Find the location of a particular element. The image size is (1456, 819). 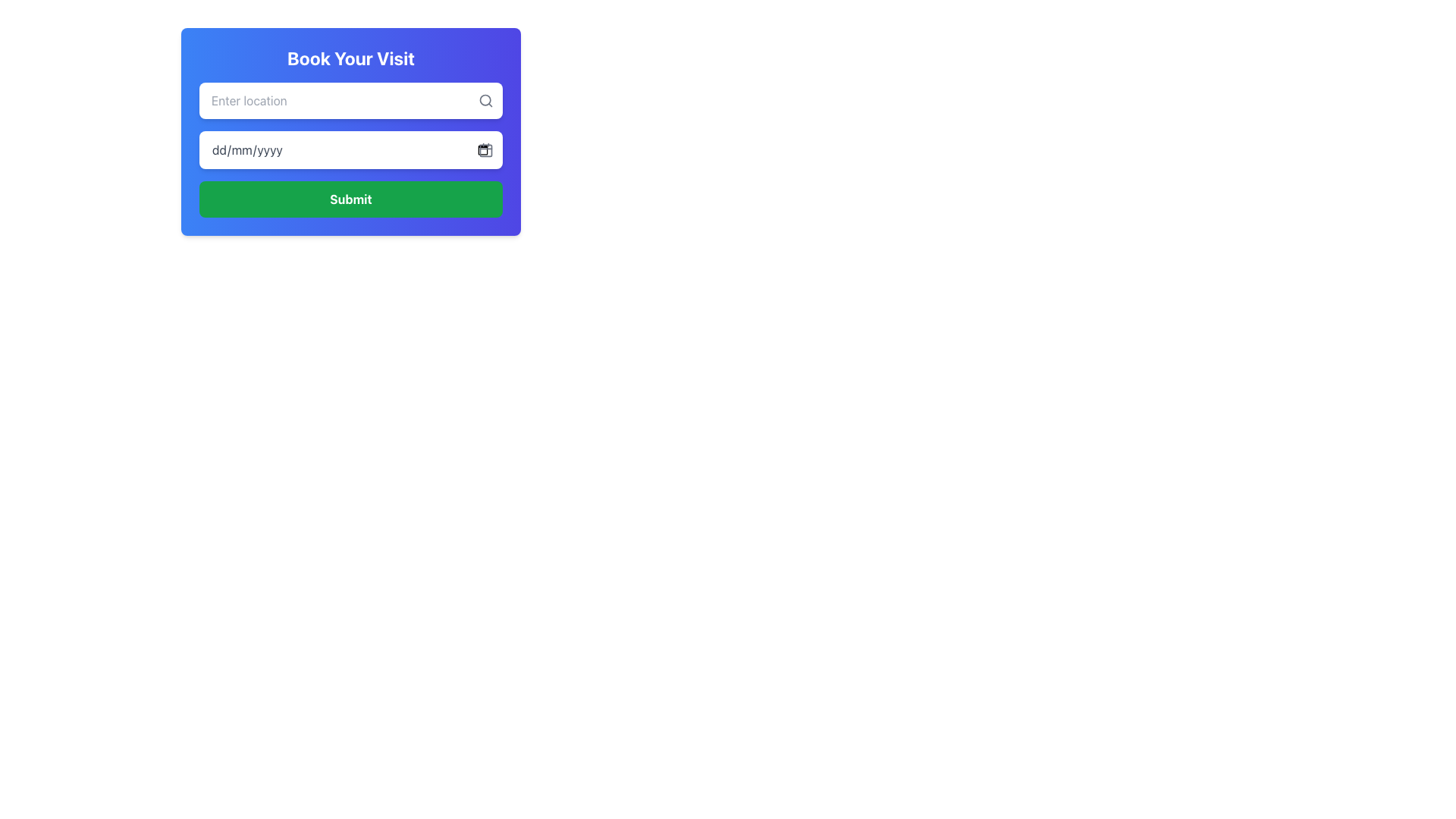

the small circular magnifying glass icon, which is located at the far right end of the 'Enter location' input field, positioned above the date input field and submit button is located at coordinates (485, 100).